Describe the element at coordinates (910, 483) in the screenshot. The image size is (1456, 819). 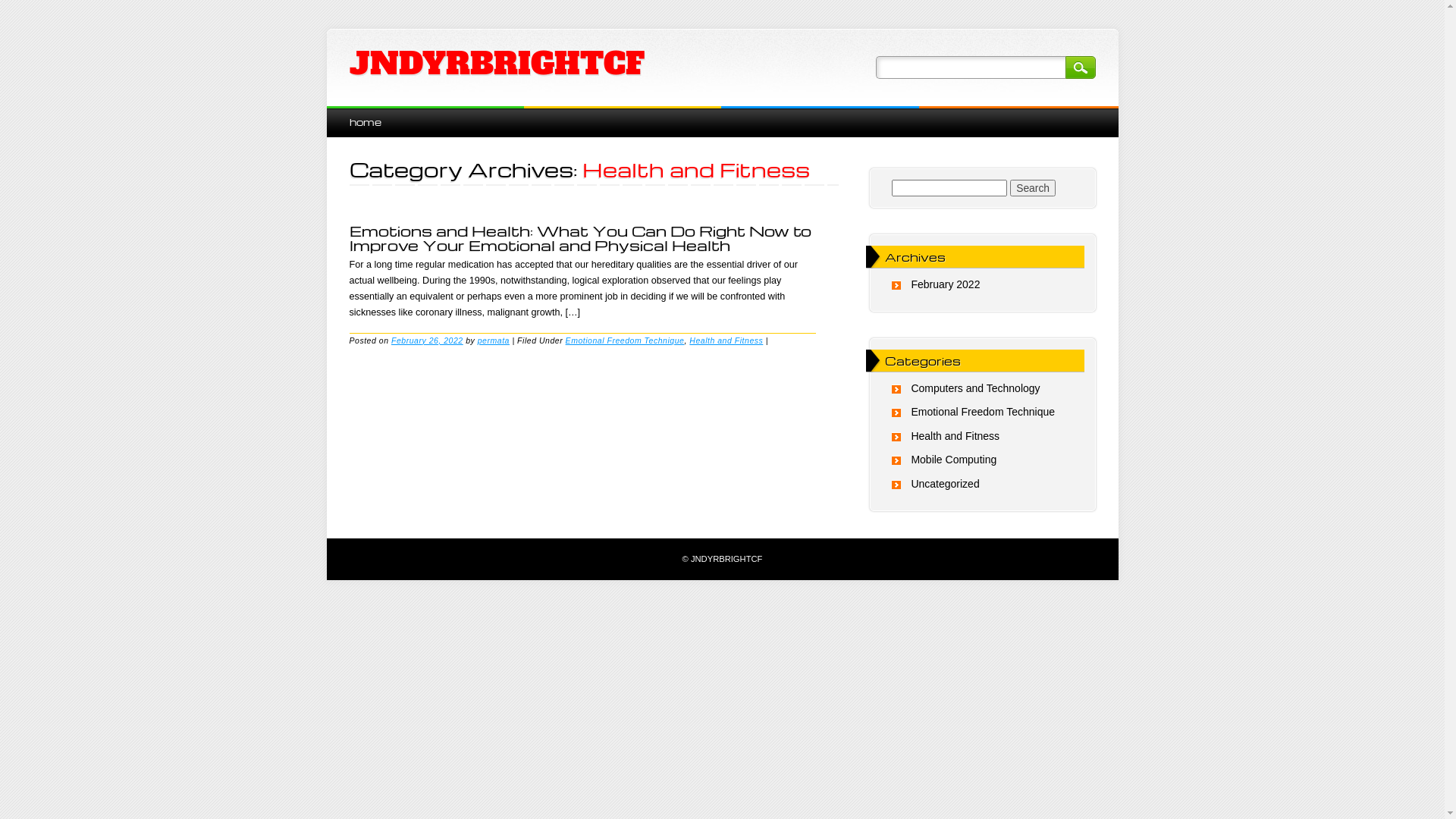
I see `'Uncategorized'` at that location.